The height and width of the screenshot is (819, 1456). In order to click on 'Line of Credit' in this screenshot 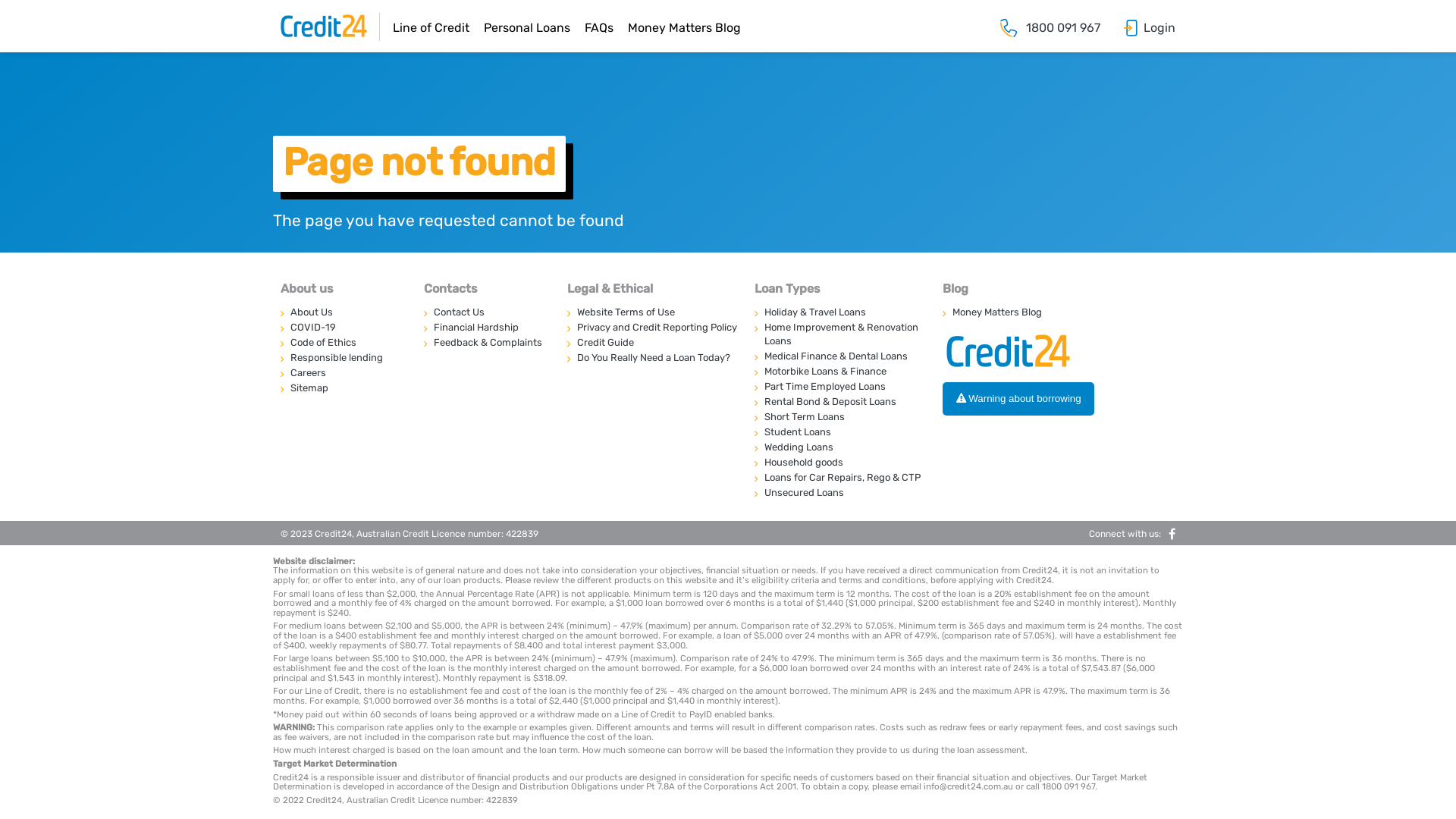, I will do `click(430, 27)`.